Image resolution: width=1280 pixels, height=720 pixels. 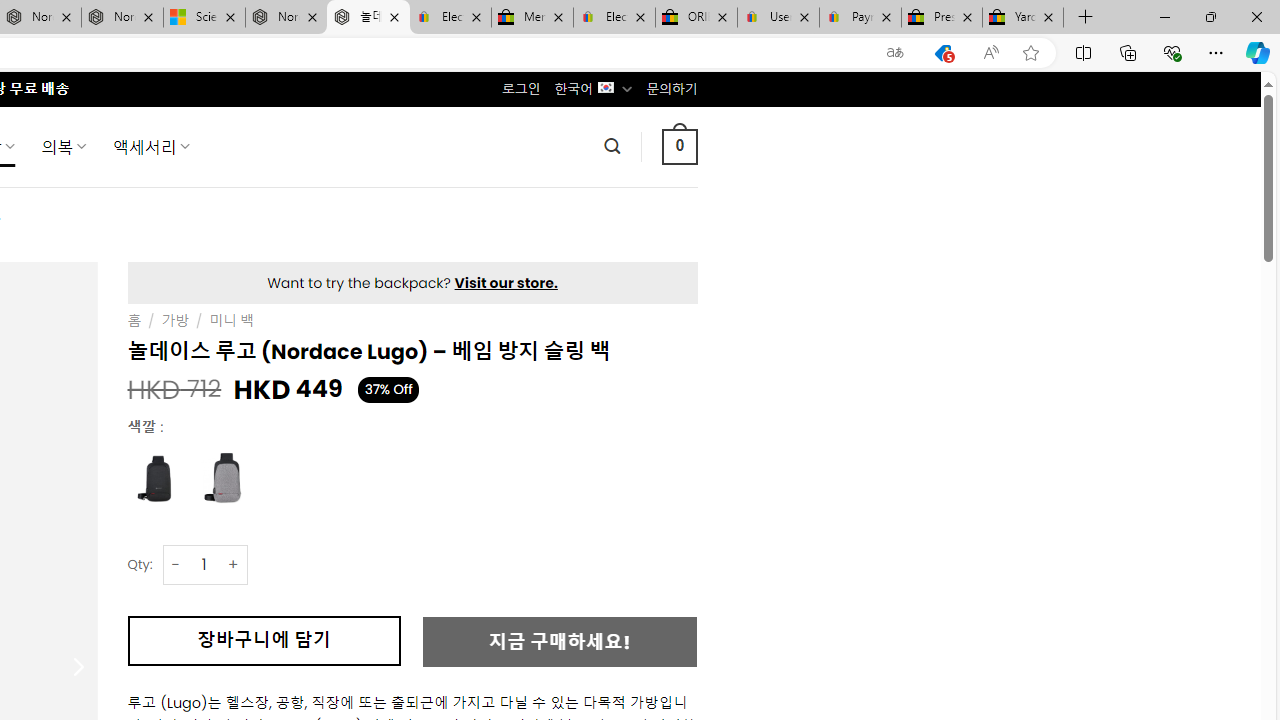 What do you see at coordinates (1023, 17) in the screenshot?
I see `'Yard, Garden & Outdoor Living'` at bounding box center [1023, 17].